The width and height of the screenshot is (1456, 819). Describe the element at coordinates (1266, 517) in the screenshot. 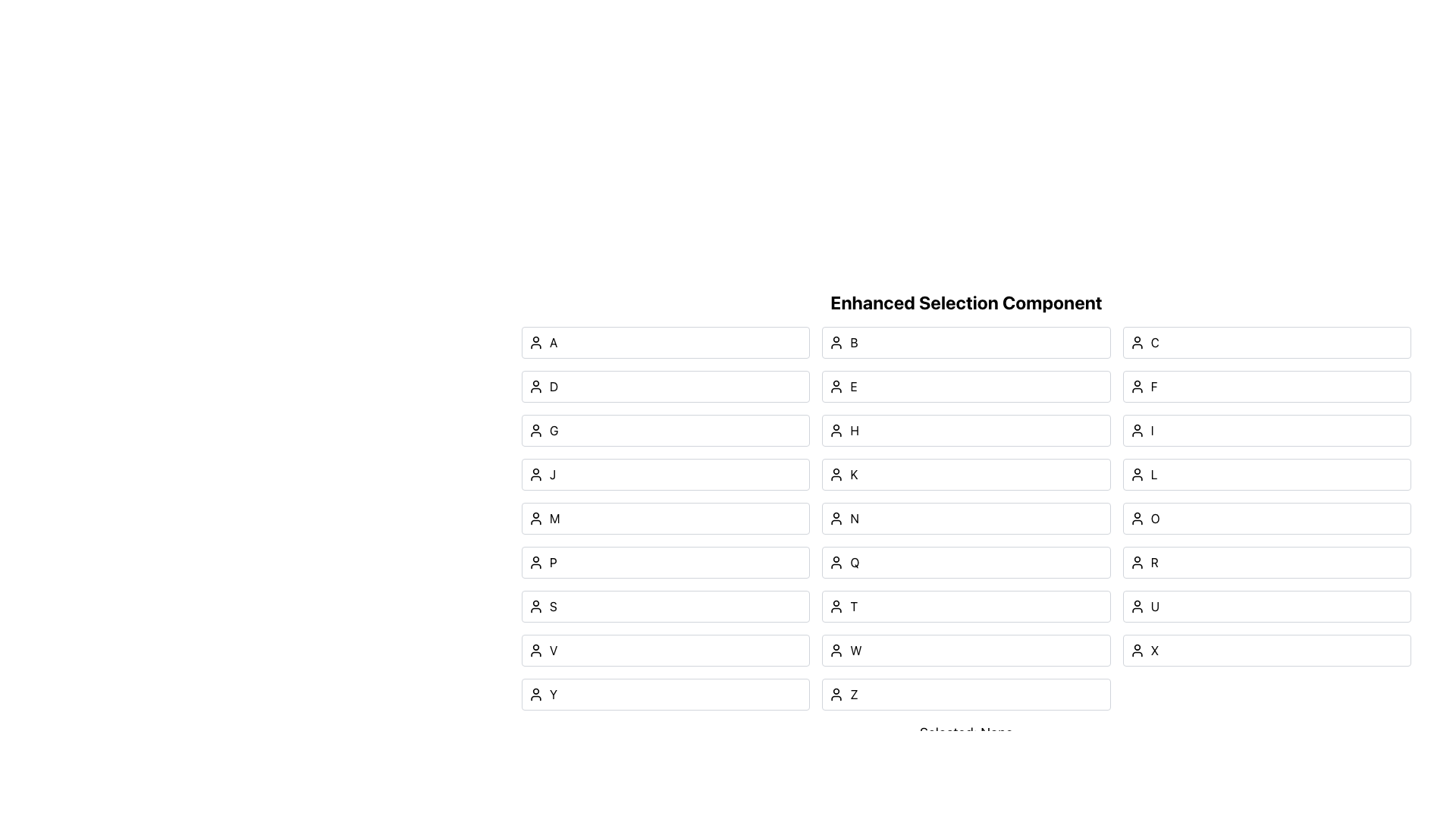

I see `the selection button in the grid layout that activates the option represented by 'O'` at that location.